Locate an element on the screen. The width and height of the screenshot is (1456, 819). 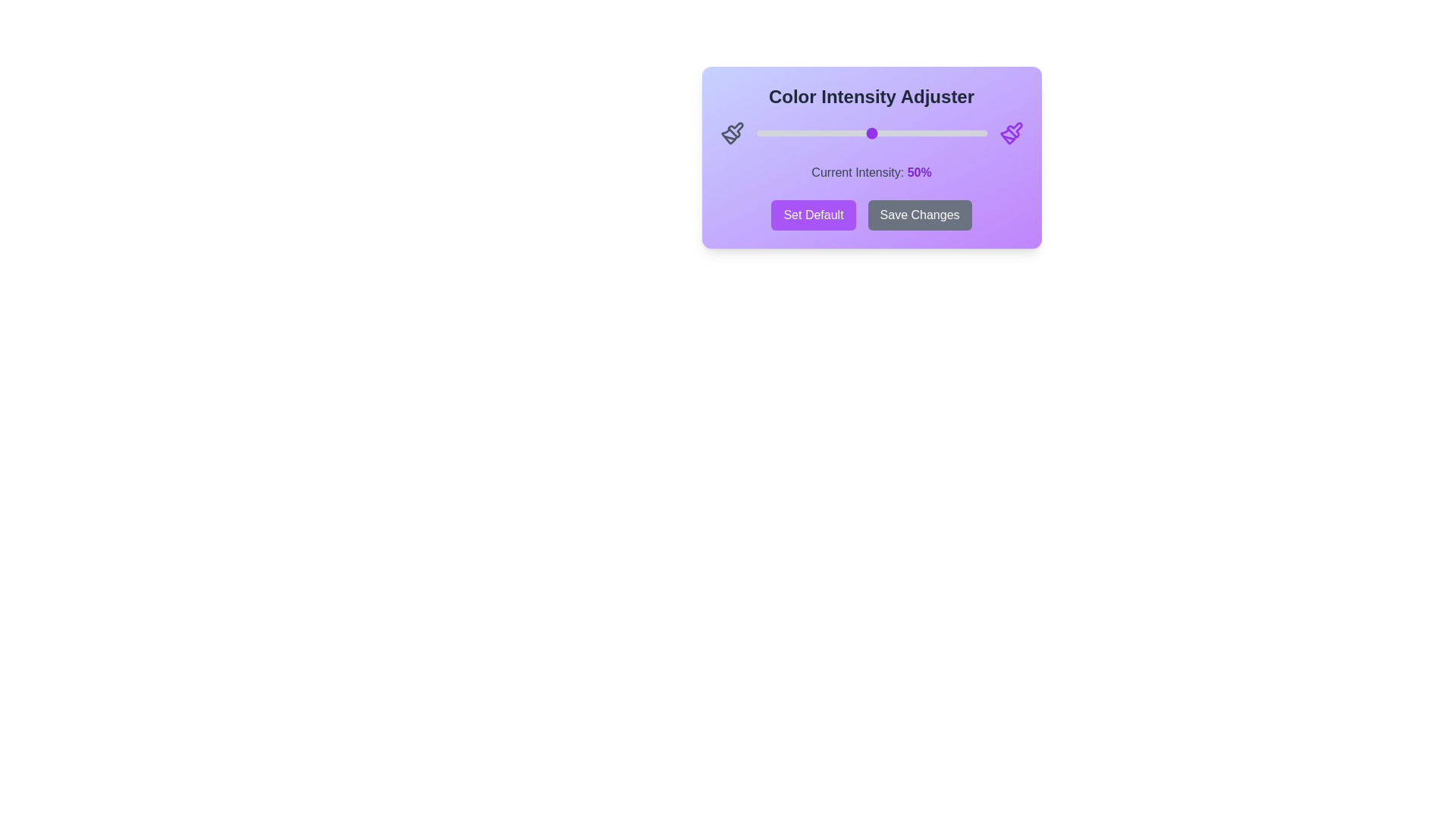
the slider to 82% to adjust the color intensity is located at coordinates (944, 133).